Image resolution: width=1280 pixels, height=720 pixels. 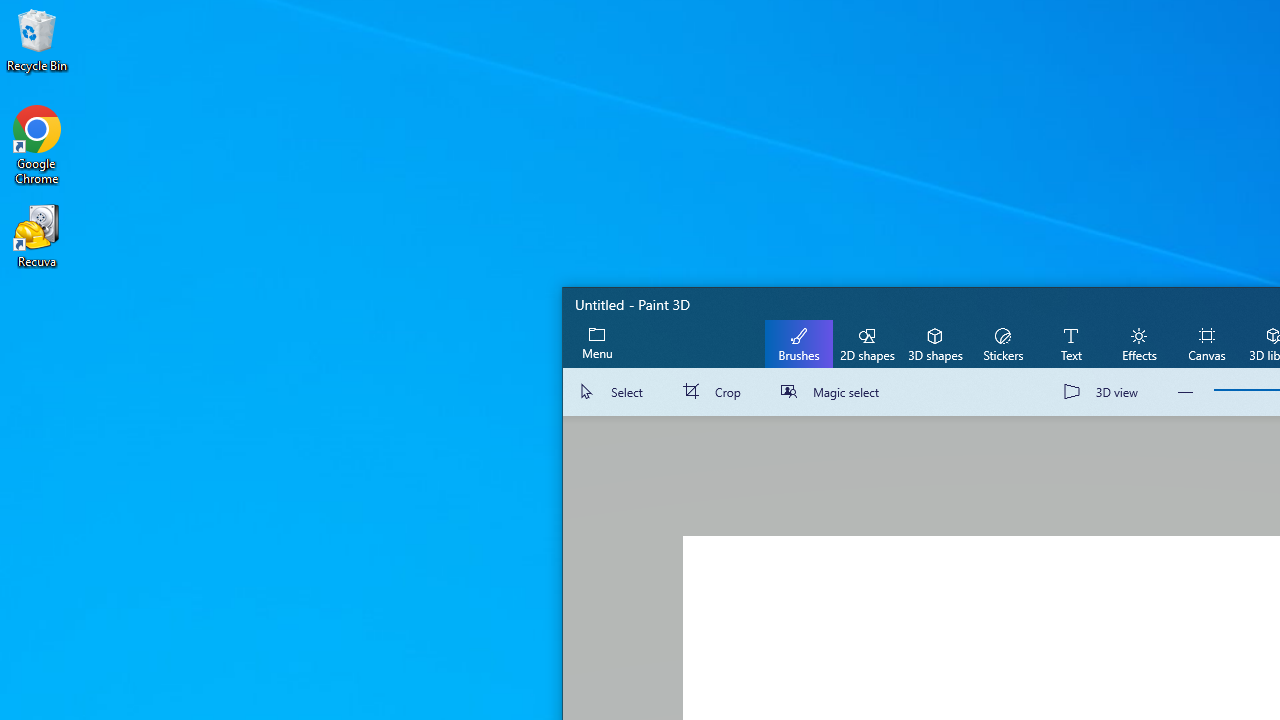 What do you see at coordinates (1104, 392) in the screenshot?
I see `'3D view'` at bounding box center [1104, 392].